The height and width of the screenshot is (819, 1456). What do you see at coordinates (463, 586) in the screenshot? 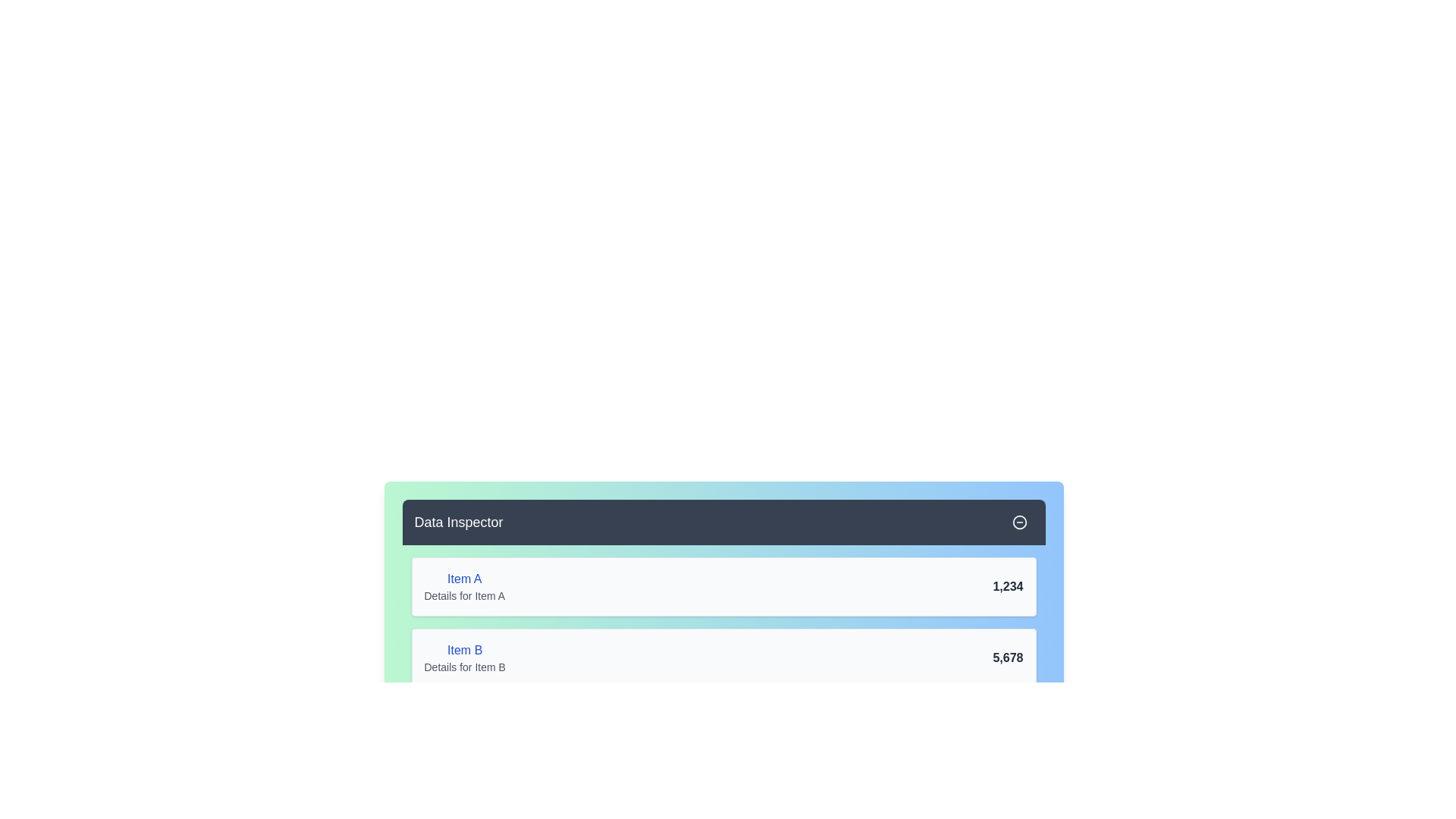
I see `text block that provides a descriptive label and additional details for 'Item A' in the upper card of the Data Inspector list` at bounding box center [463, 586].